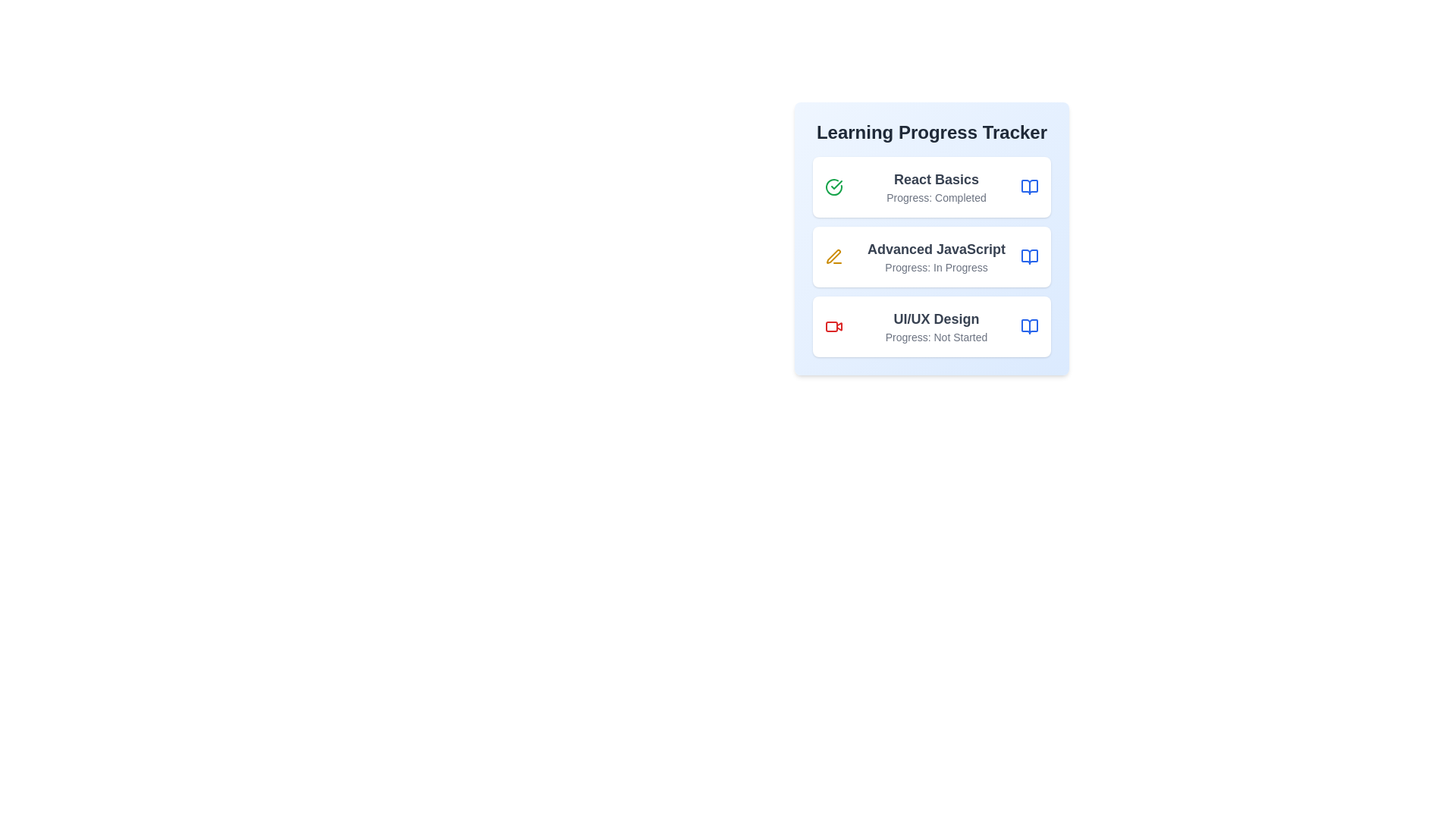  What do you see at coordinates (833, 256) in the screenshot?
I see `the progress icon for Advanced JavaScript` at bounding box center [833, 256].